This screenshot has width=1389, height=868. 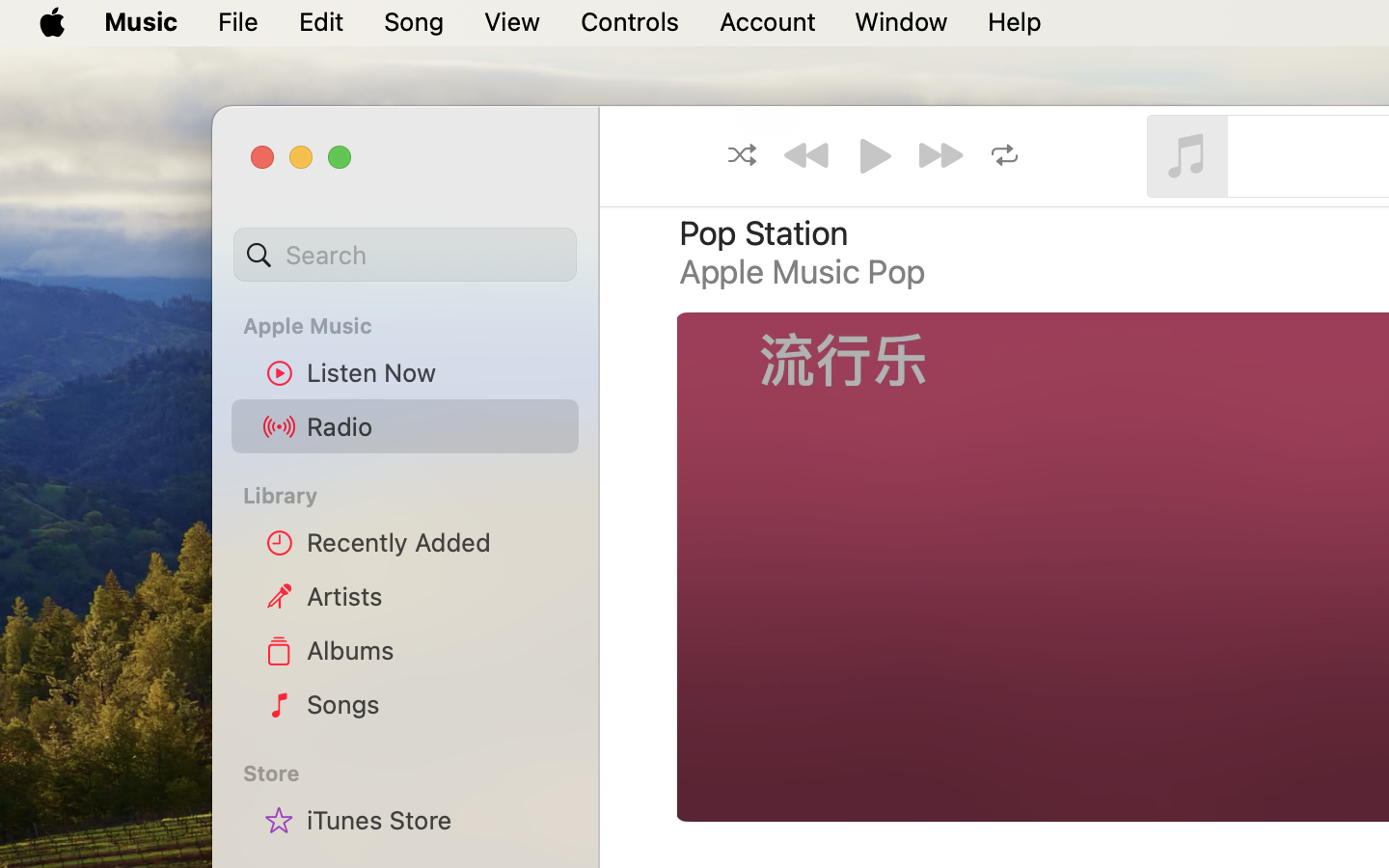 What do you see at coordinates (403, 494) in the screenshot?
I see `'Library'` at bounding box center [403, 494].